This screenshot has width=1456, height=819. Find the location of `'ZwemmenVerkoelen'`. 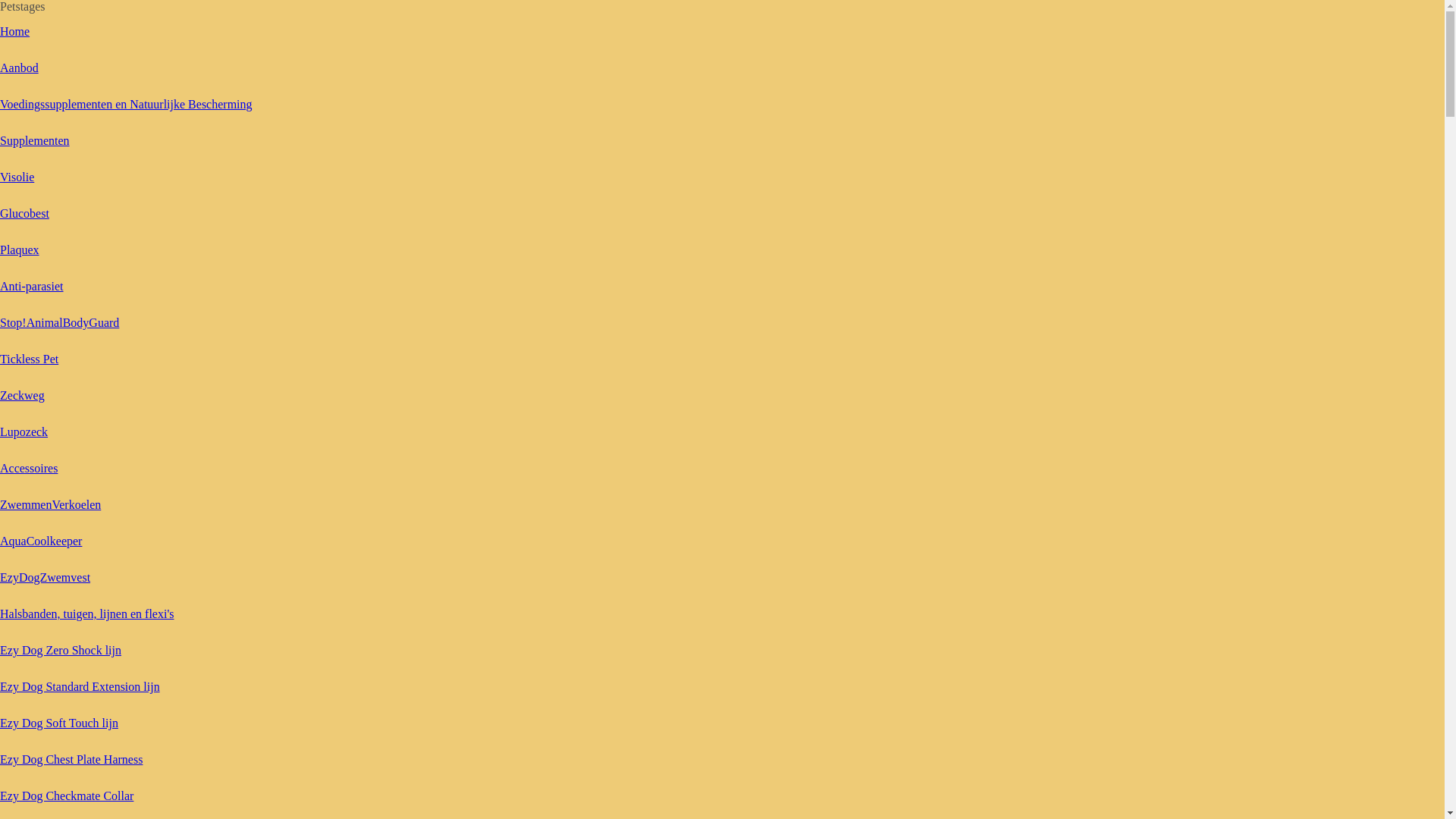

'ZwemmenVerkoelen' is located at coordinates (50, 504).